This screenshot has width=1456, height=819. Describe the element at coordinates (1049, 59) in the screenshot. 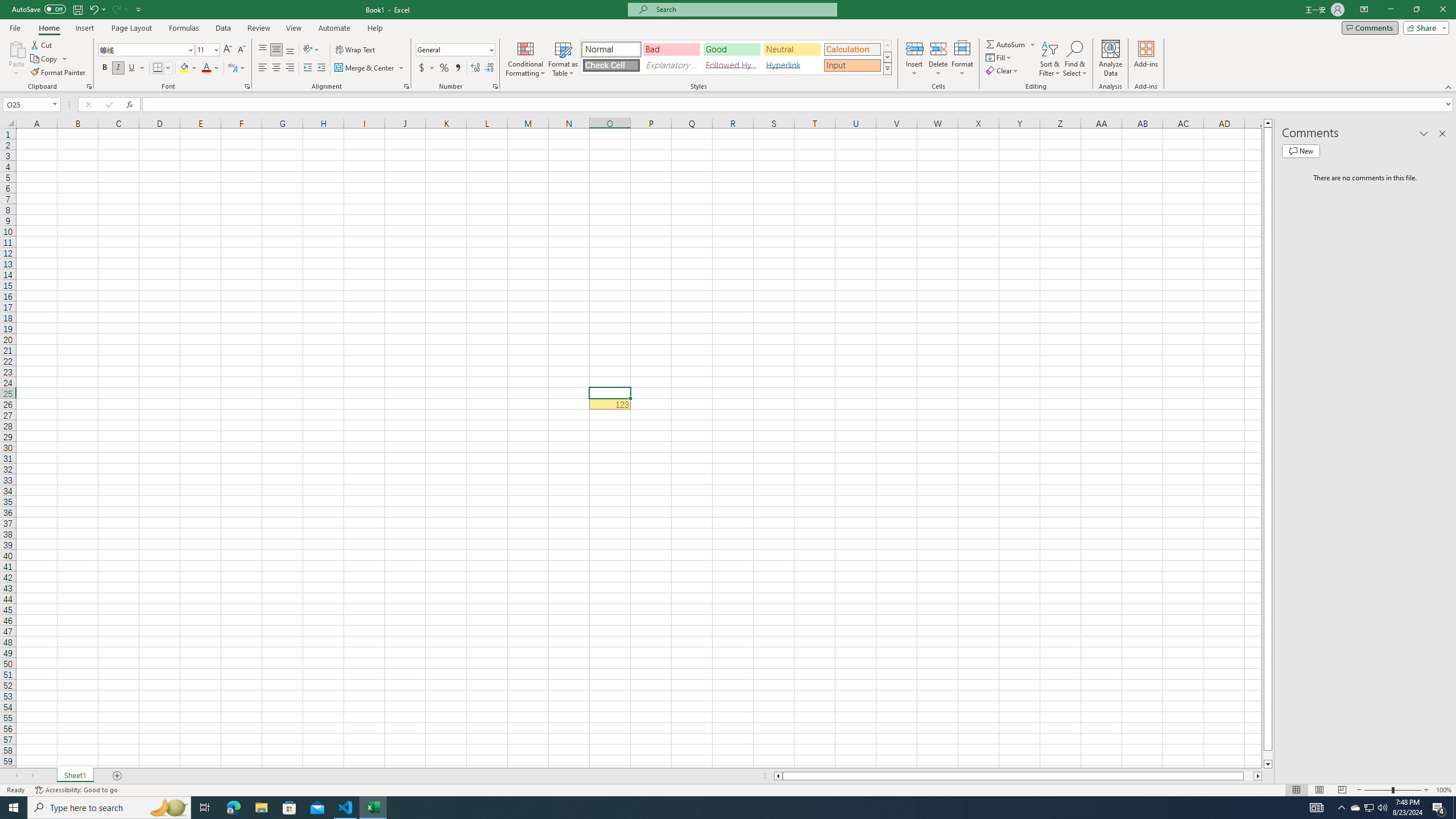

I see `'Sort & Filter'` at that location.